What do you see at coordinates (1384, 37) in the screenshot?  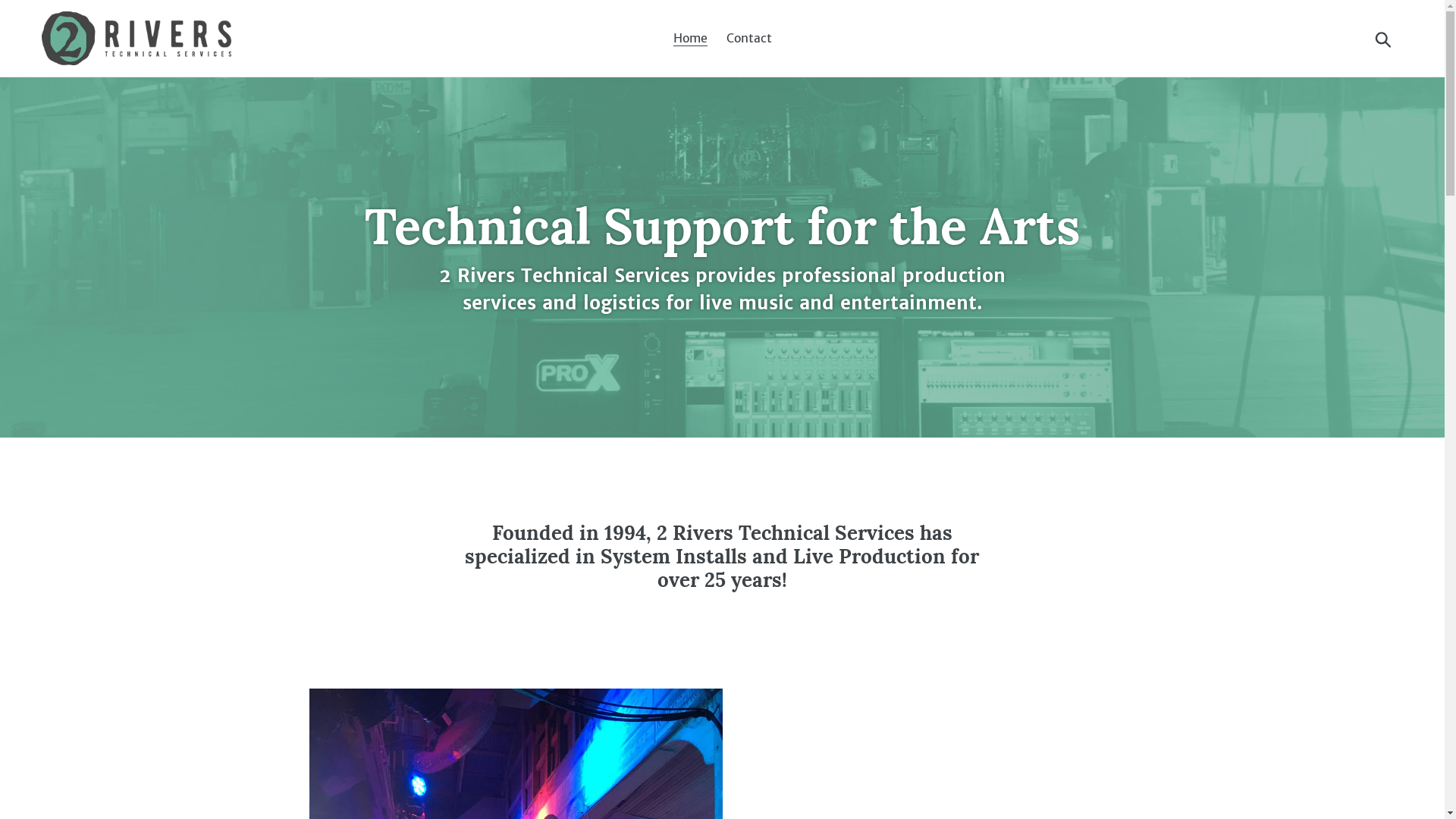 I see `'Submit'` at bounding box center [1384, 37].